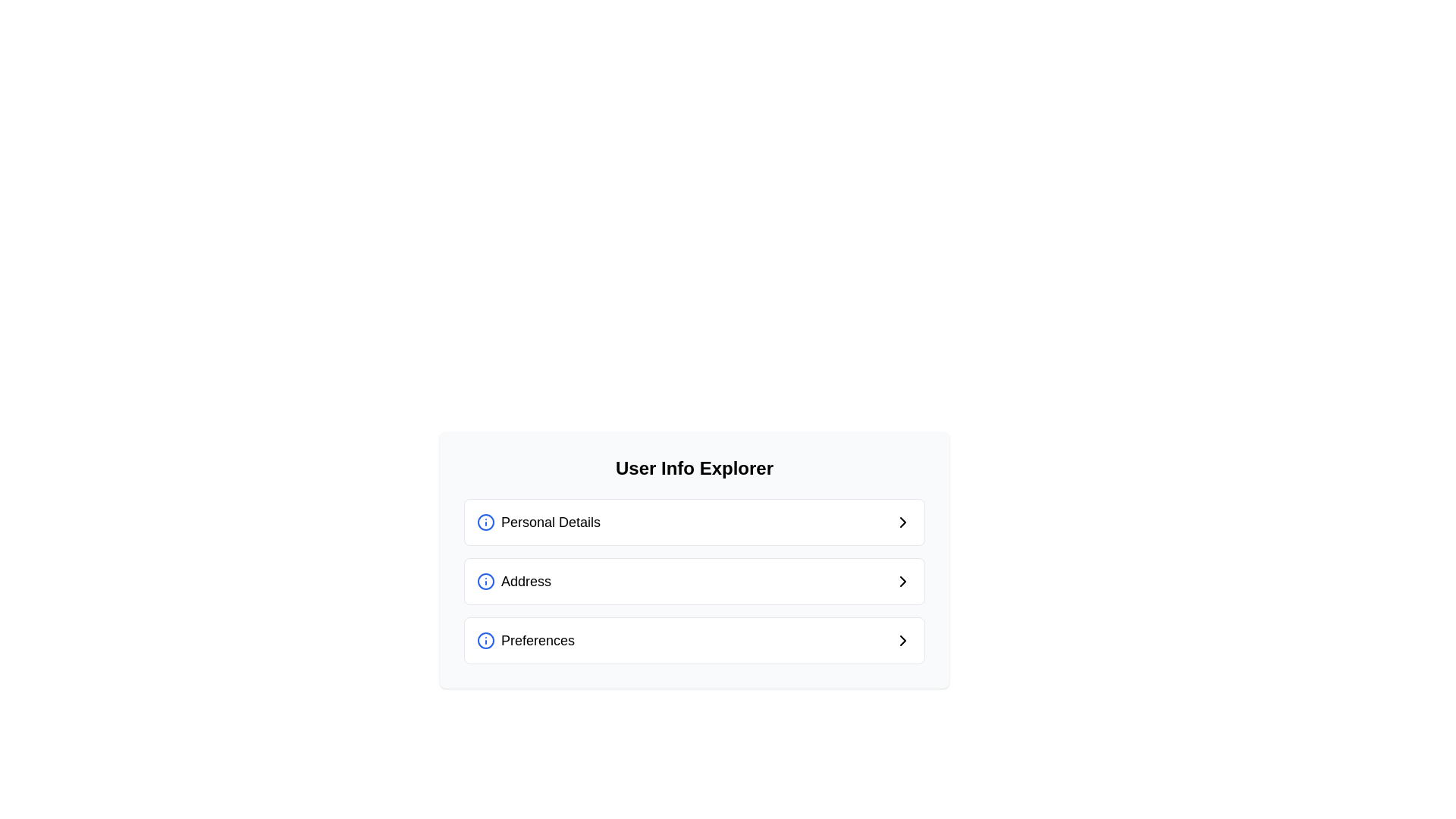 The width and height of the screenshot is (1456, 819). I want to click on the circular icon component with a blue outline, which is positioned to the left of the 'Address' option in the list, so click(486, 581).